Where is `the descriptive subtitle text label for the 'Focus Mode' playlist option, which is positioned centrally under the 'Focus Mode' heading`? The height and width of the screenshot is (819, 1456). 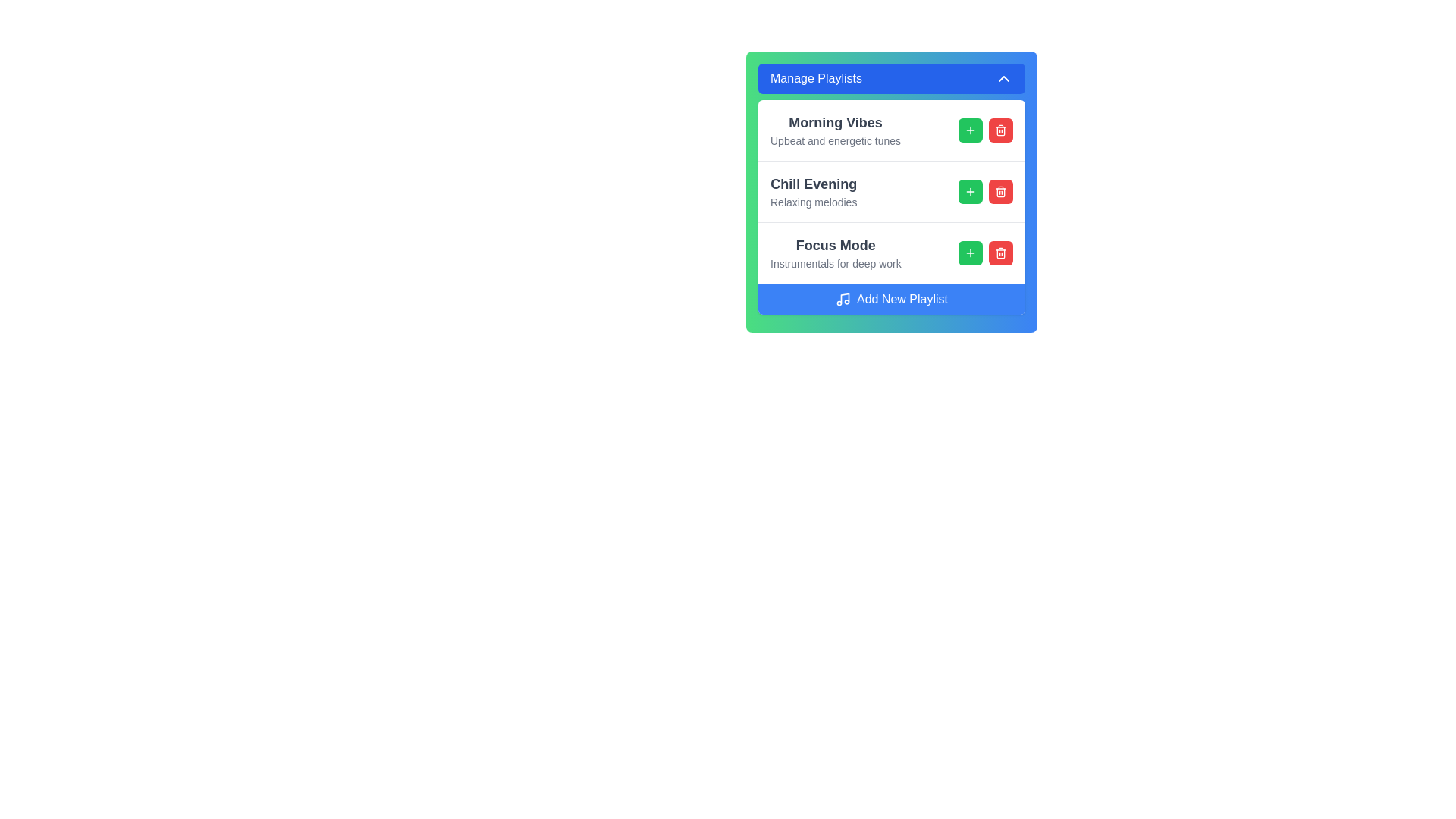 the descriptive subtitle text label for the 'Focus Mode' playlist option, which is positioned centrally under the 'Focus Mode' heading is located at coordinates (835, 262).